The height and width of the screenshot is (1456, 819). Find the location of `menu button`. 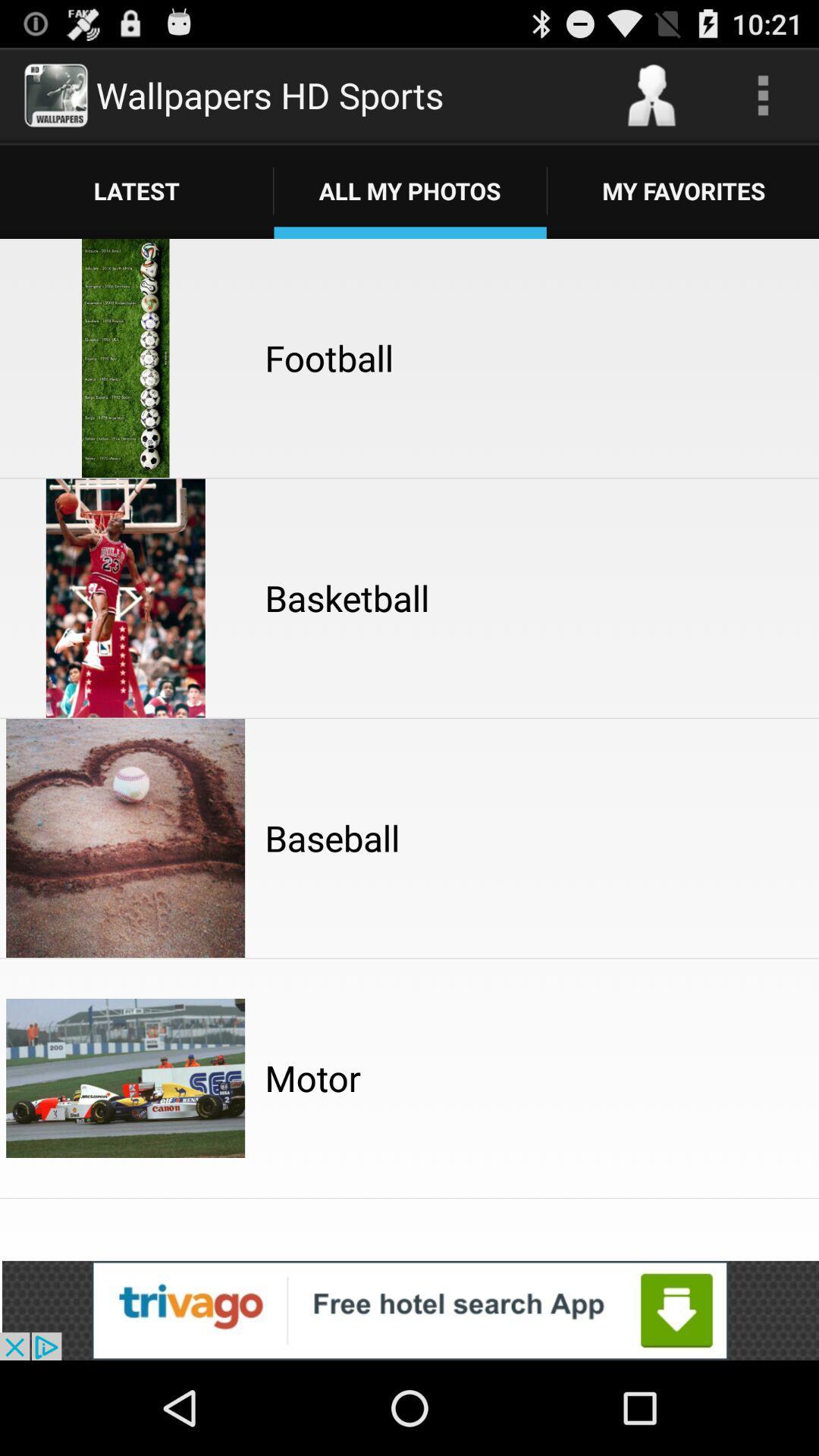

menu button is located at coordinates (763, 94).